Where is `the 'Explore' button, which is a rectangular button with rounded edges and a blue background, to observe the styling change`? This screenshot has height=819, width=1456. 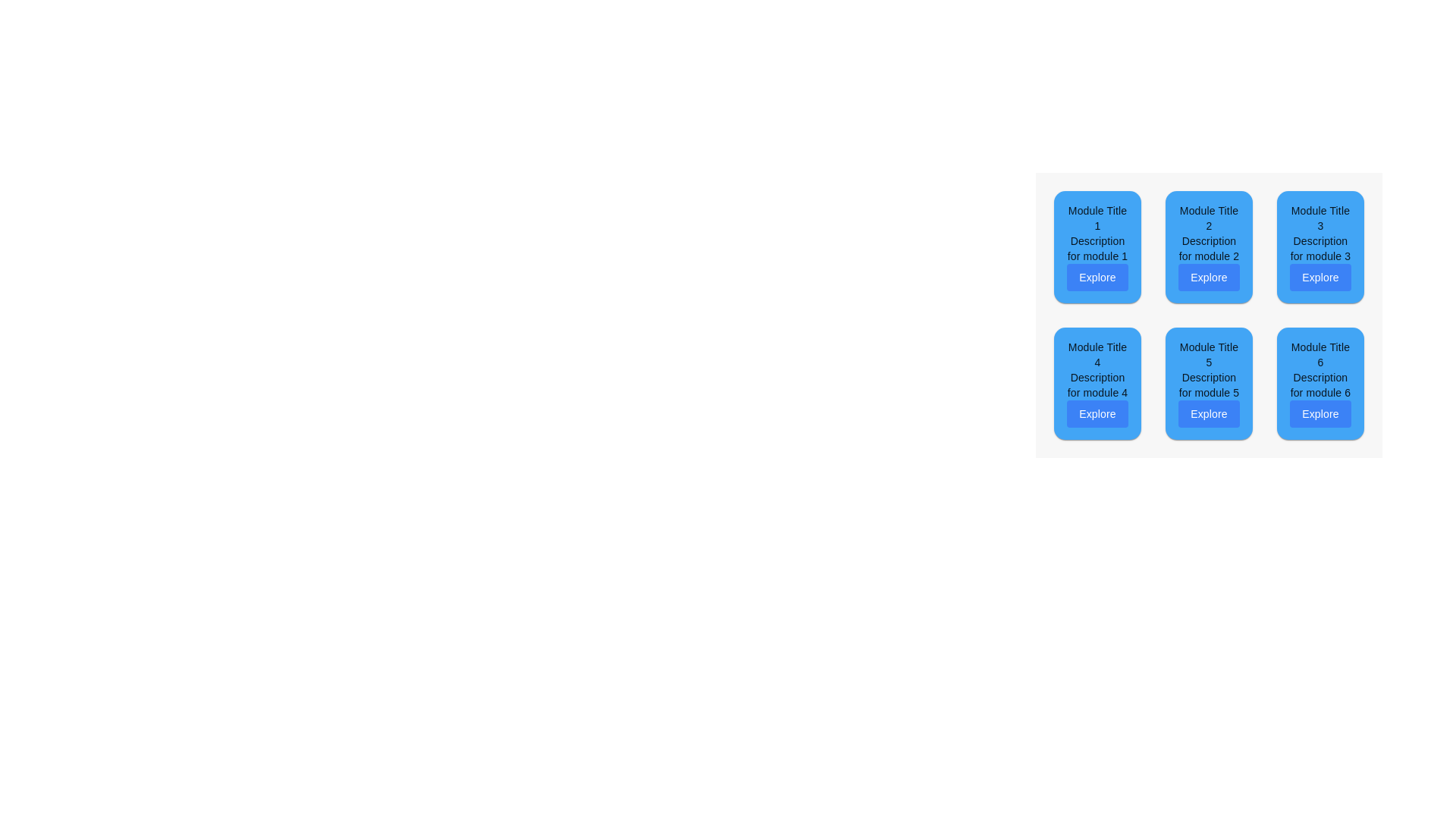
the 'Explore' button, which is a rectangular button with rounded edges and a blue background, to observe the styling change is located at coordinates (1097, 414).